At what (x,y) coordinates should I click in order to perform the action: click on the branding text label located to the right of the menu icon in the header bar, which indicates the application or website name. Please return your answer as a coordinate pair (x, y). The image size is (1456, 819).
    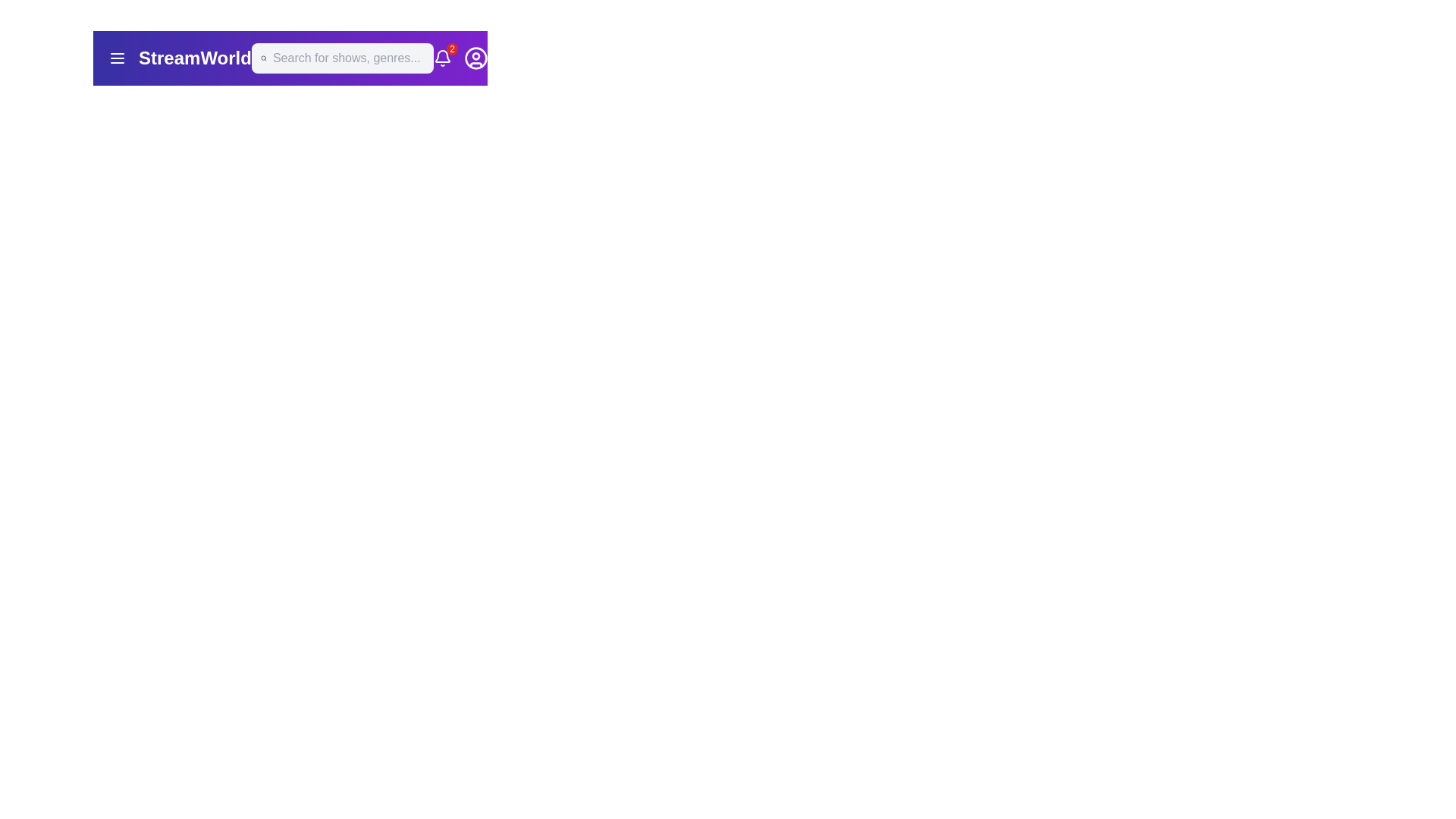
    Looking at the image, I should click on (180, 58).